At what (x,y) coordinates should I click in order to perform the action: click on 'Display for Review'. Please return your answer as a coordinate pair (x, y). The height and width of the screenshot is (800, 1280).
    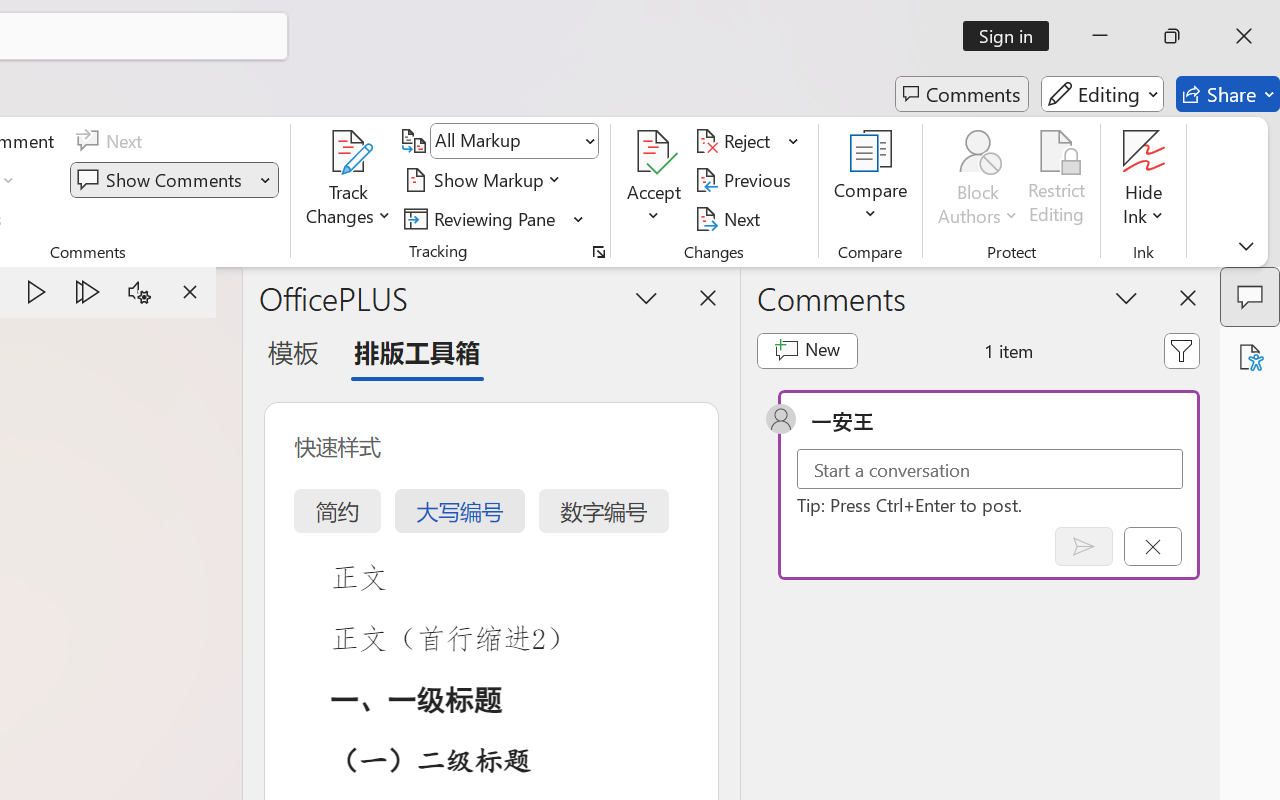
    Looking at the image, I should click on (514, 141).